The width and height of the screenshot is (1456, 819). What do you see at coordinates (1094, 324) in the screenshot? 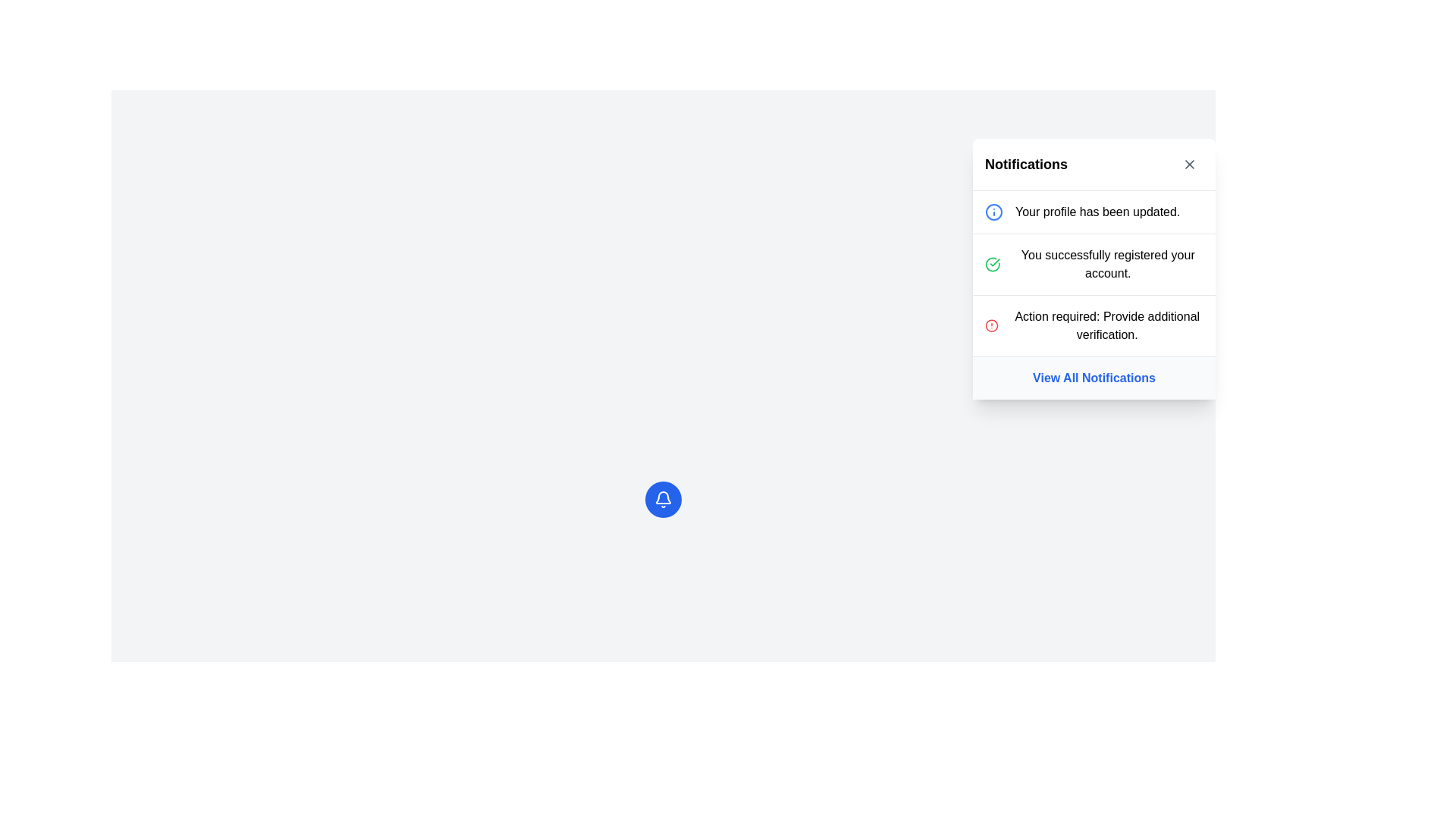
I see `the third notification in the 'Notifications' card, which has a red alert icon and descriptive text, positioned between 'You successfully registered your account.' and 'View All Notifications'` at bounding box center [1094, 324].